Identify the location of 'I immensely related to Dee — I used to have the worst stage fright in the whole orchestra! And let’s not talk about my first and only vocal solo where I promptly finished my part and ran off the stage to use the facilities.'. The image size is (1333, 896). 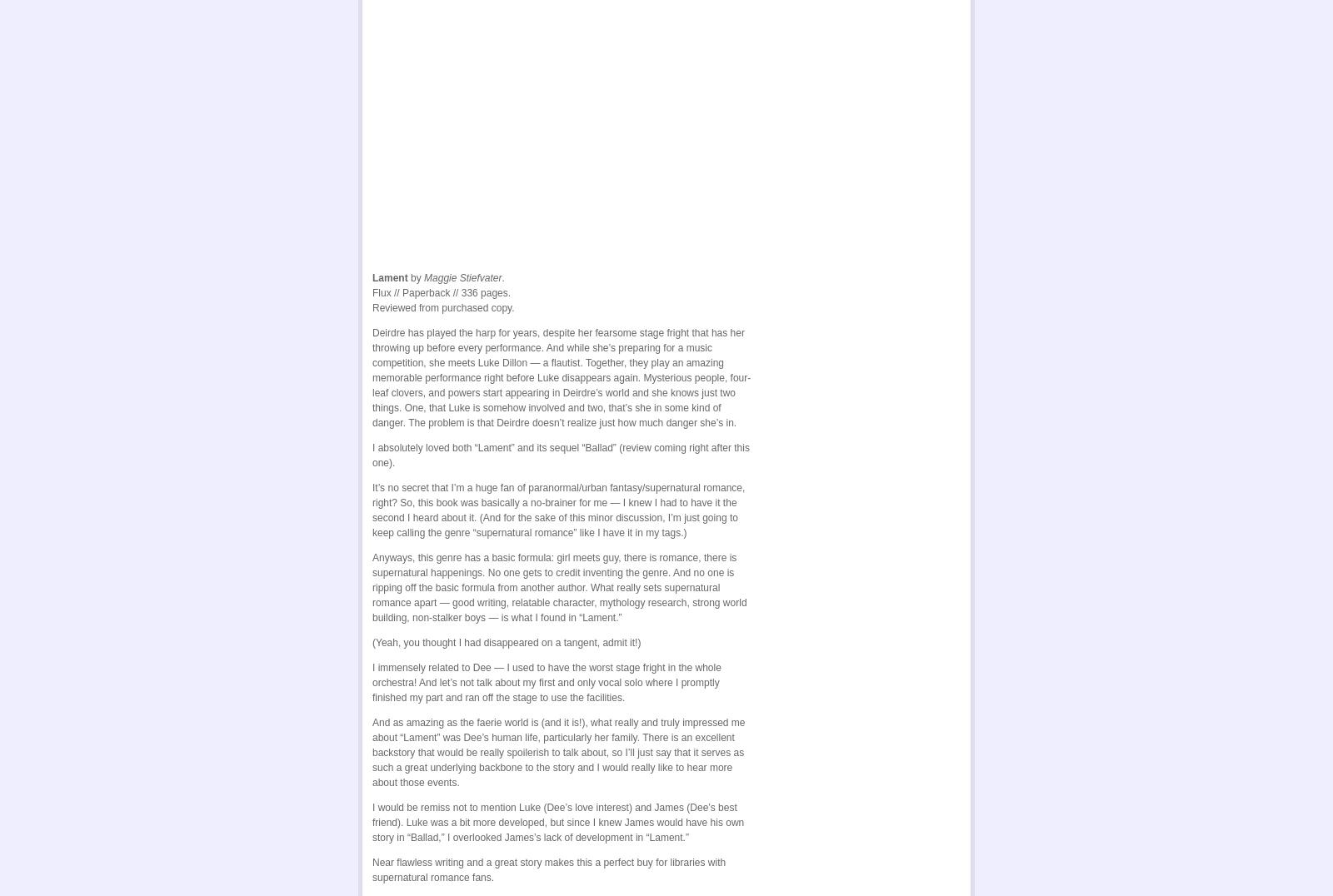
(547, 679).